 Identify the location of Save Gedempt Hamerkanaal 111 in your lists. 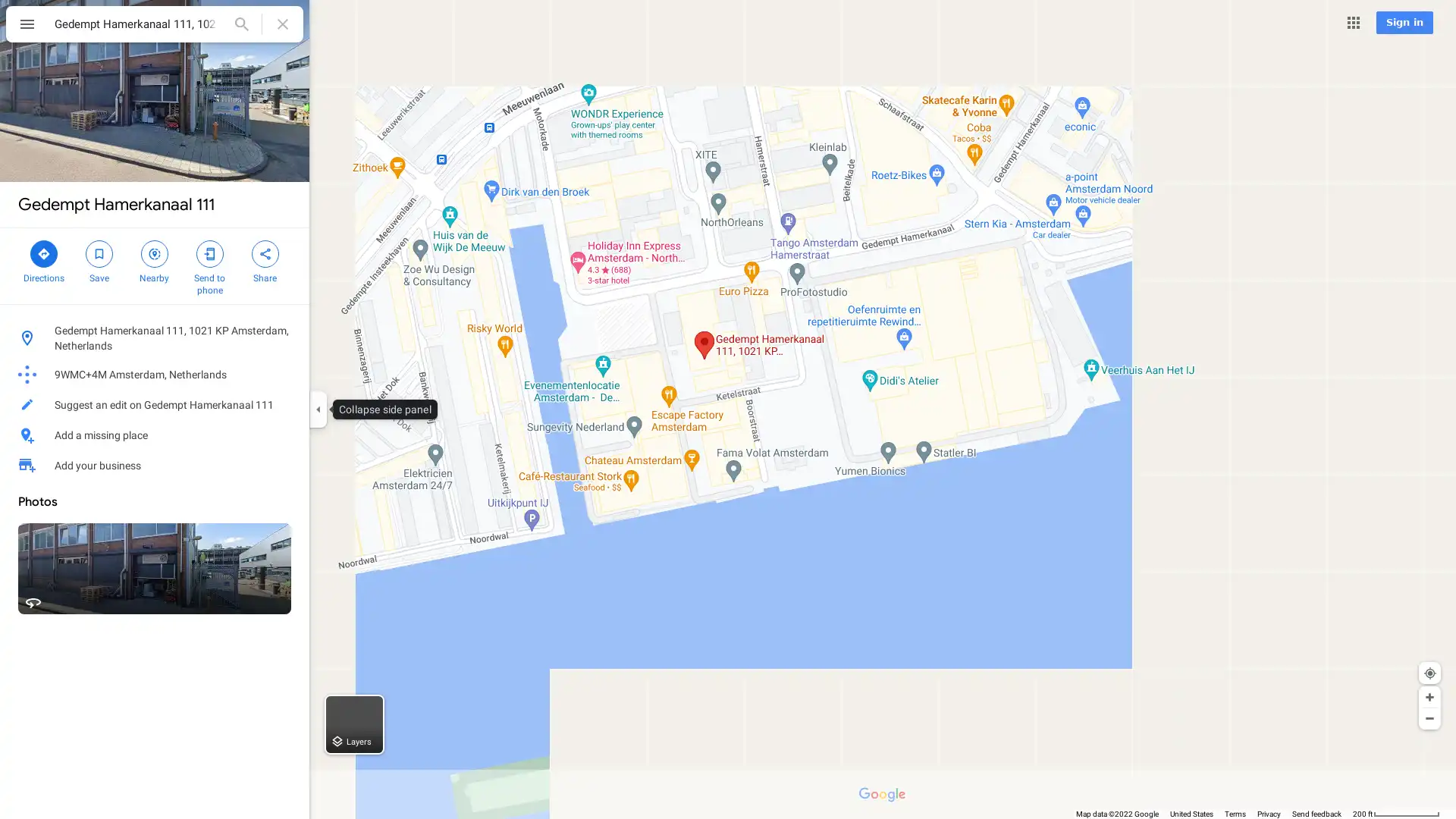
(98, 259).